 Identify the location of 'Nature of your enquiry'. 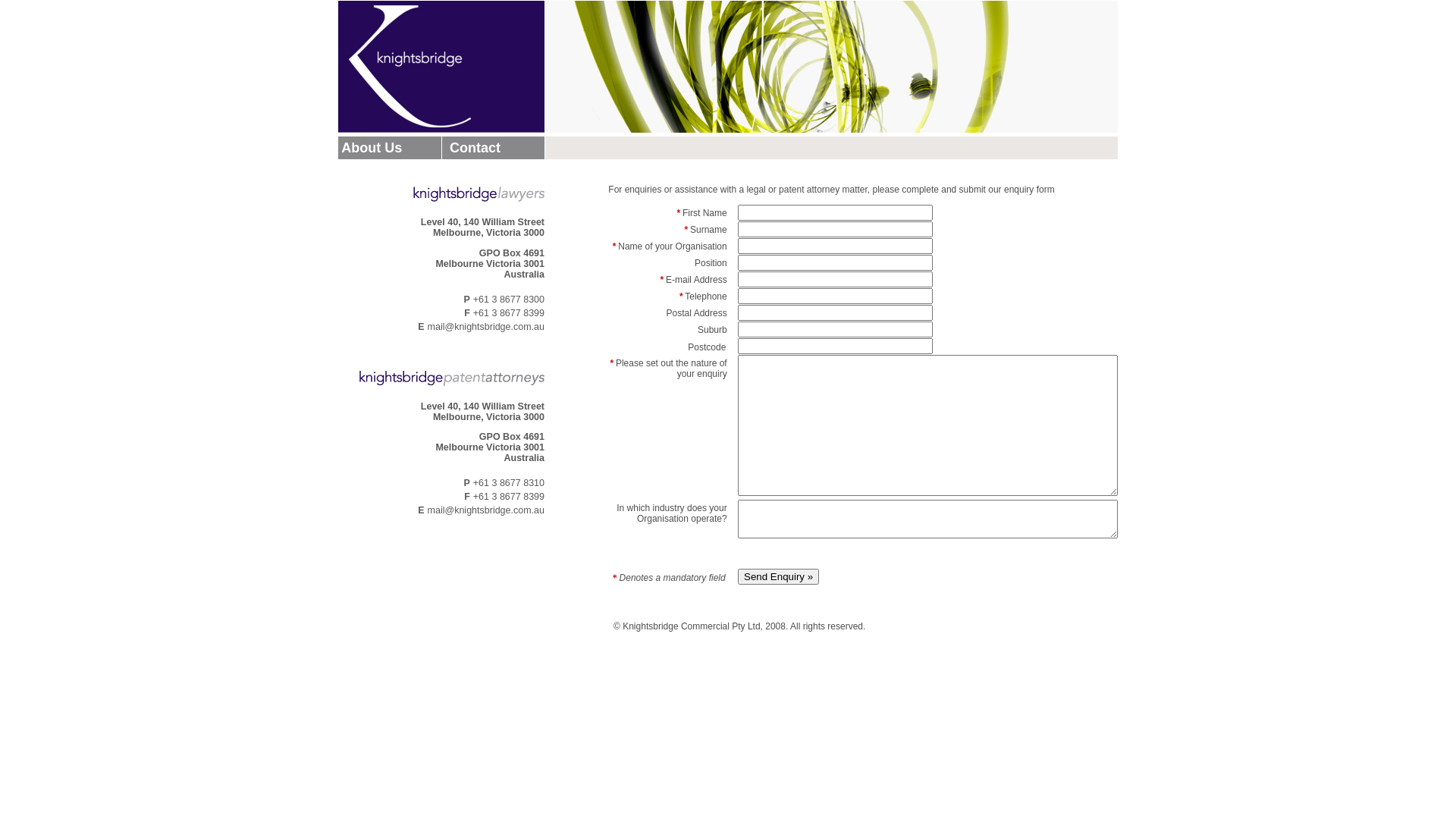
(927, 425).